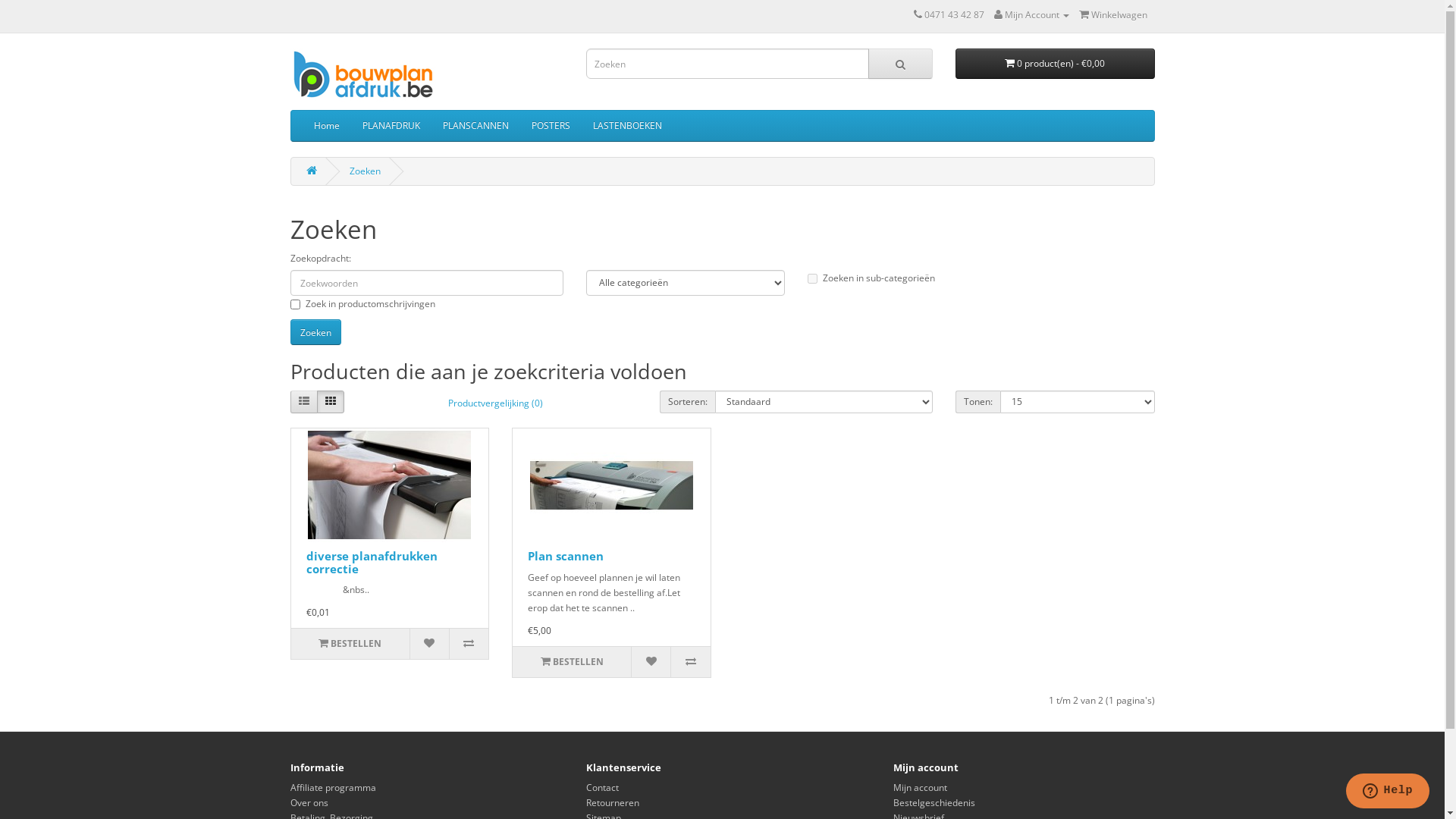 The height and width of the screenshot is (819, 1456). Describe the element at coordinates (1387, 792) in the screenshot. I see `'Opens a widget where you can chat to one of our agents'` at that location.